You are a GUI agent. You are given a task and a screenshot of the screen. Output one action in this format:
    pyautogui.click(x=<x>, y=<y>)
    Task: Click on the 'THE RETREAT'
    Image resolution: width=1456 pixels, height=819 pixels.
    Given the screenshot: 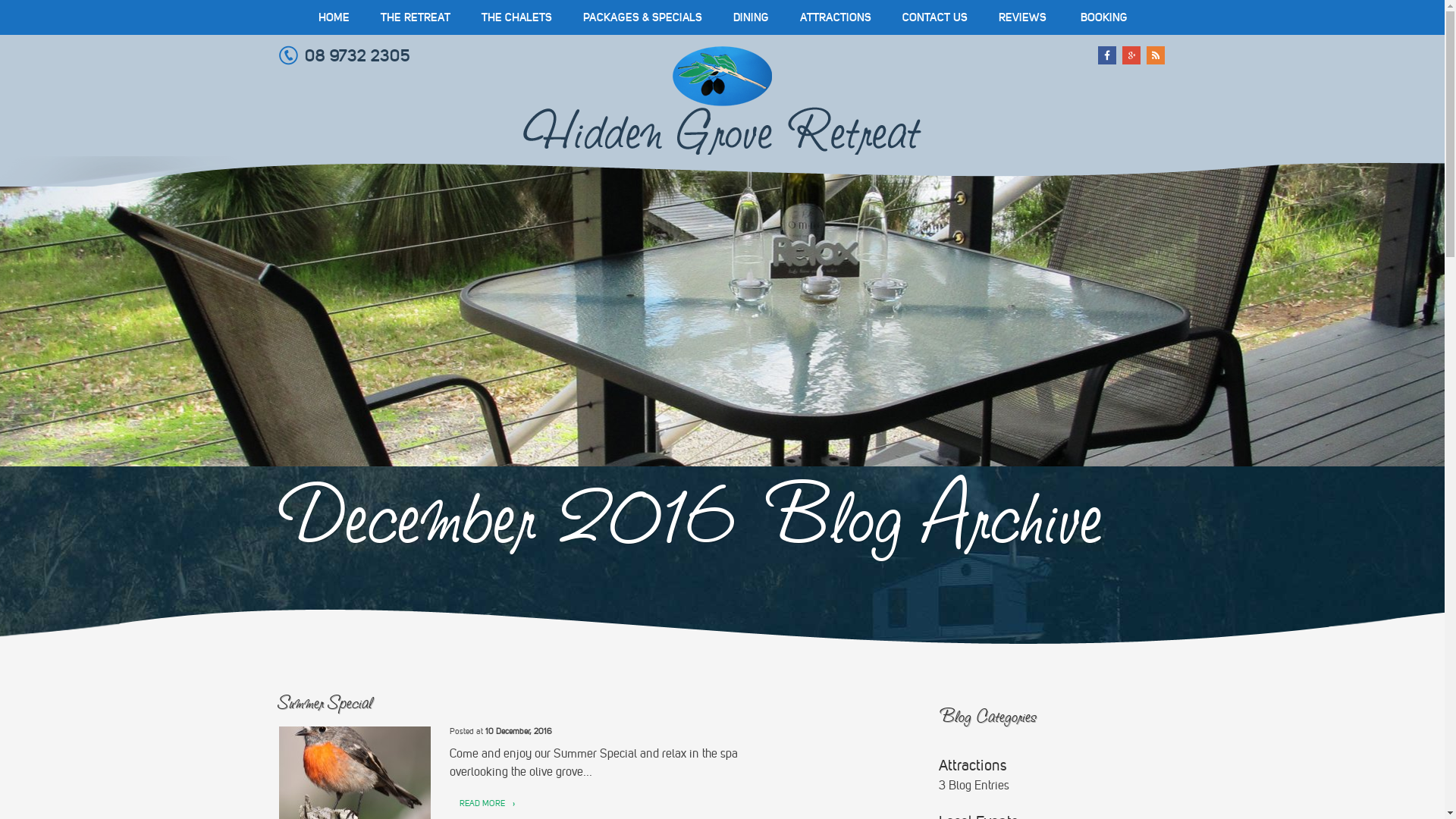 What is the action you would take?
    pyautogui.click(x=415, y=17)
    